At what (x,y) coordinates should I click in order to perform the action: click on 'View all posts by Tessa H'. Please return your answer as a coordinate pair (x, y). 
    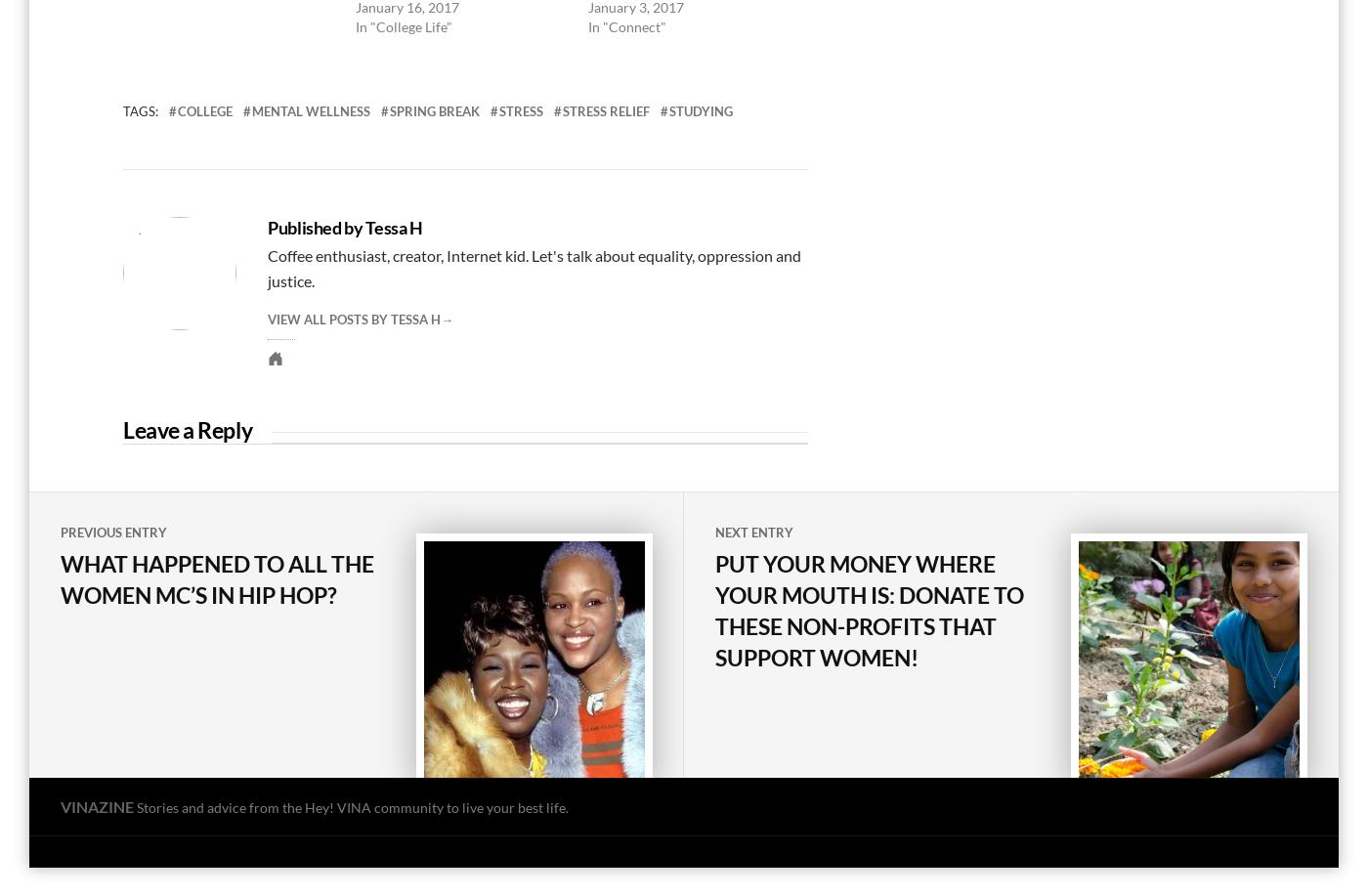
    Looking at the image, I should click on (267, 320).